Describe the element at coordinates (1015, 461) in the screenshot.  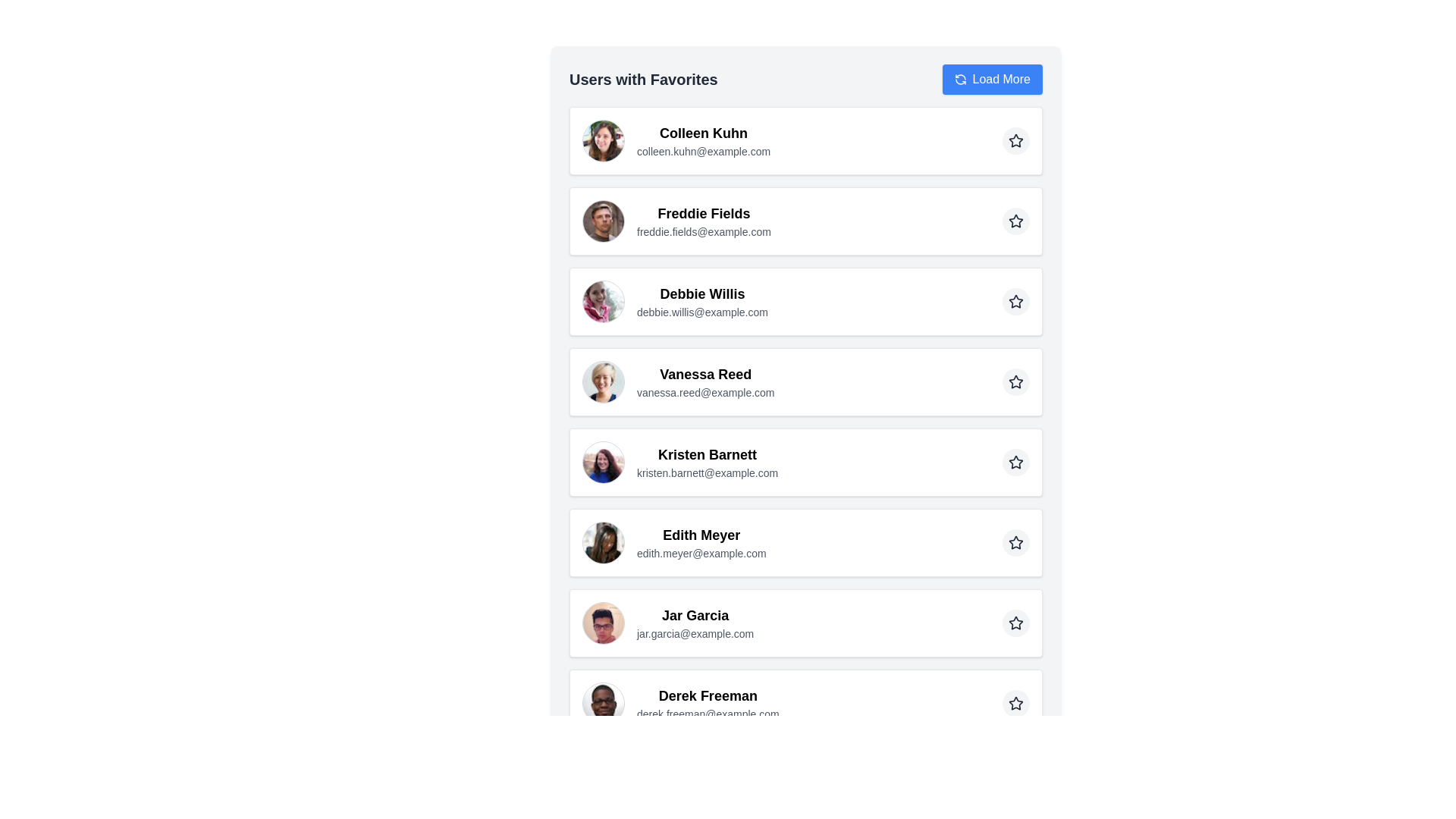
I see `the hollow star icon with rounded edges located next to the email address of user Kristen Barnett` at that location.